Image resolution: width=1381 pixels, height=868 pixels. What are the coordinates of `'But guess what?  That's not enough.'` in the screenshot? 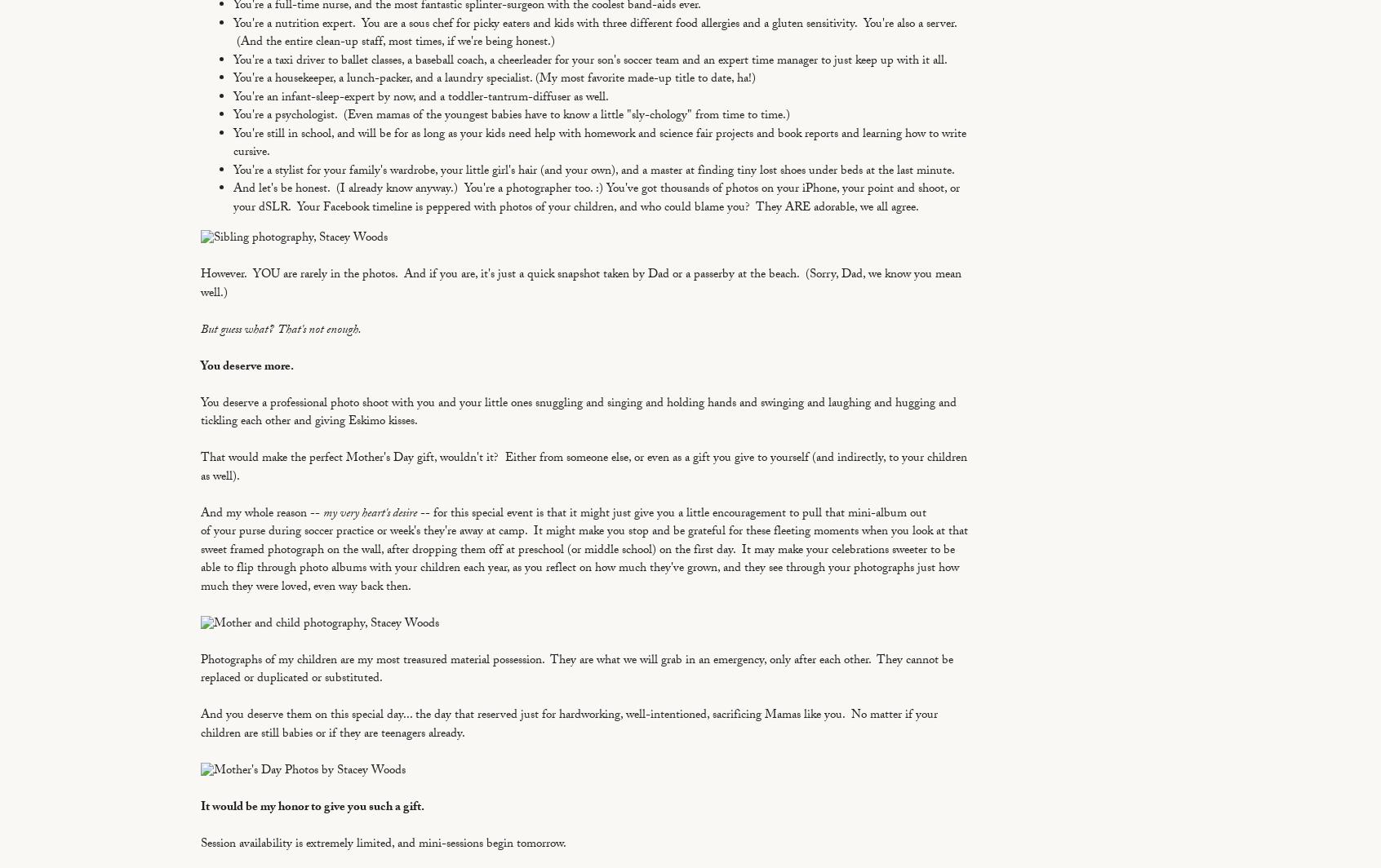 It's located at (280, 330).